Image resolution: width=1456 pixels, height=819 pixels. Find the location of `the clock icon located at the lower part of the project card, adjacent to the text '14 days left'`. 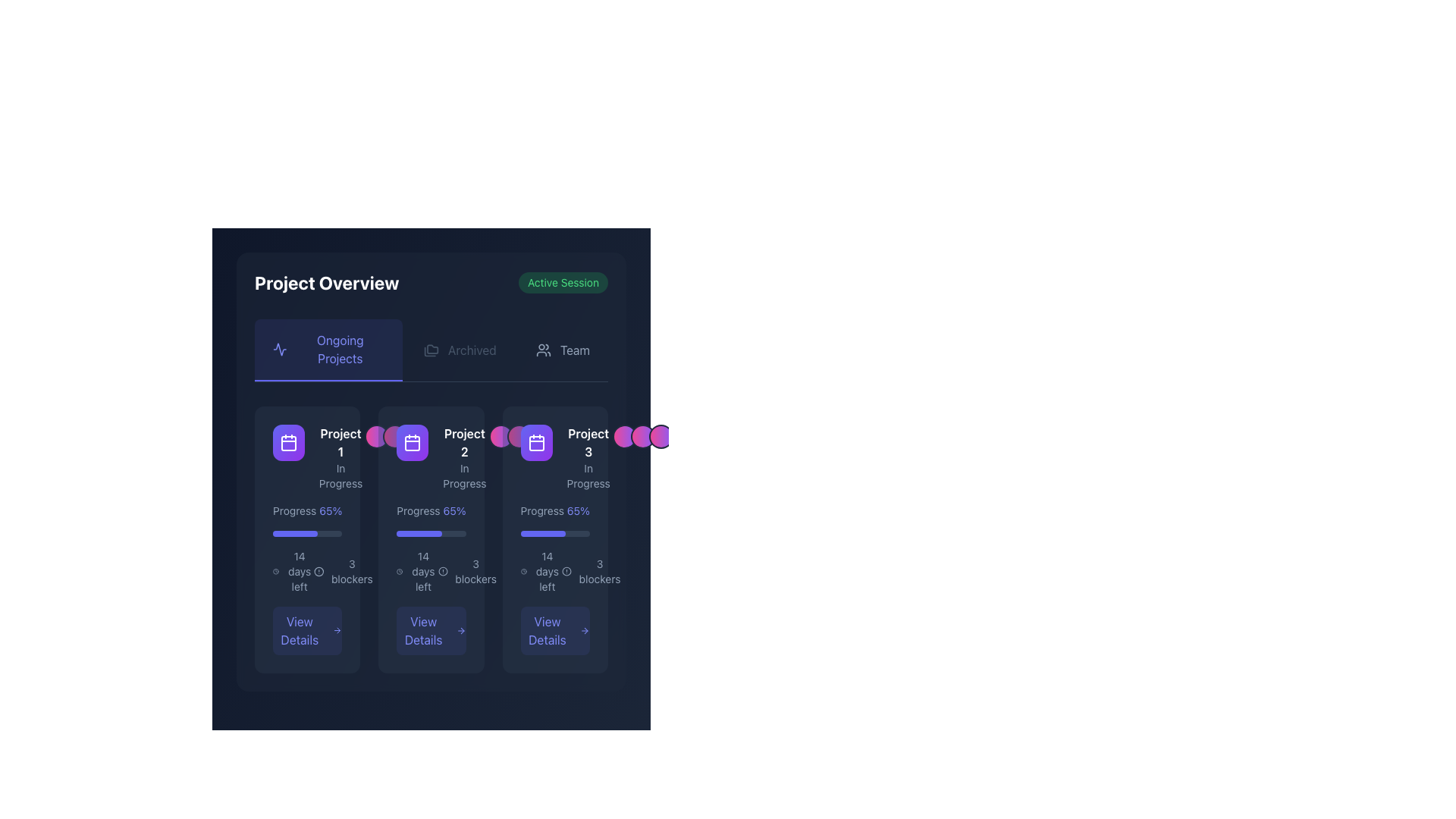

the clock icon located at the lower part of the project card, adjacent to the text '14 days left' is located at coordinates (400, 571).